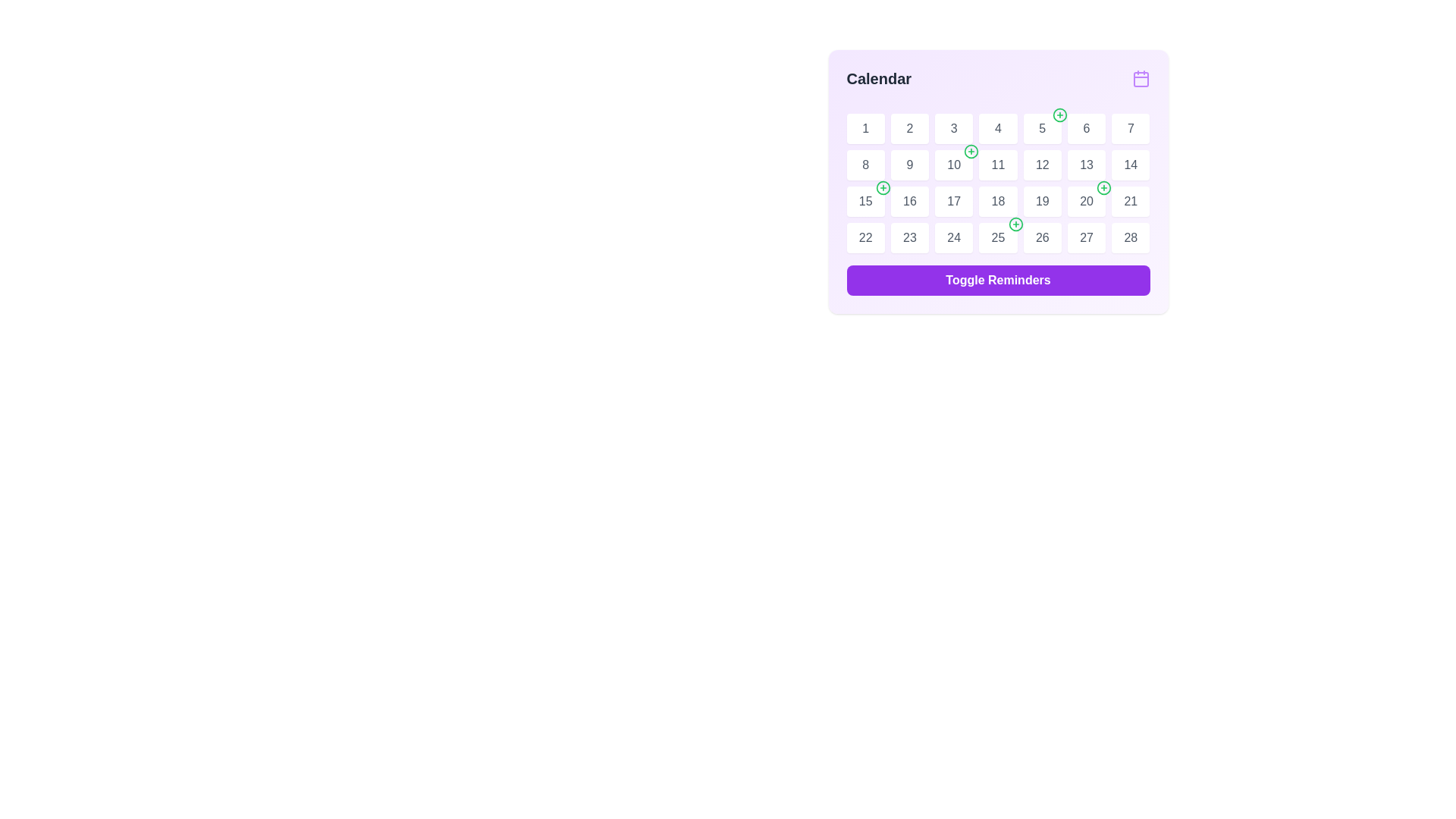  Describe the element at coordinates (998, 201) in the screenshot. I see `the static visual indicator representing the 18th day in the calendar, located in the third row and fourth column of the grid layout` at that location.